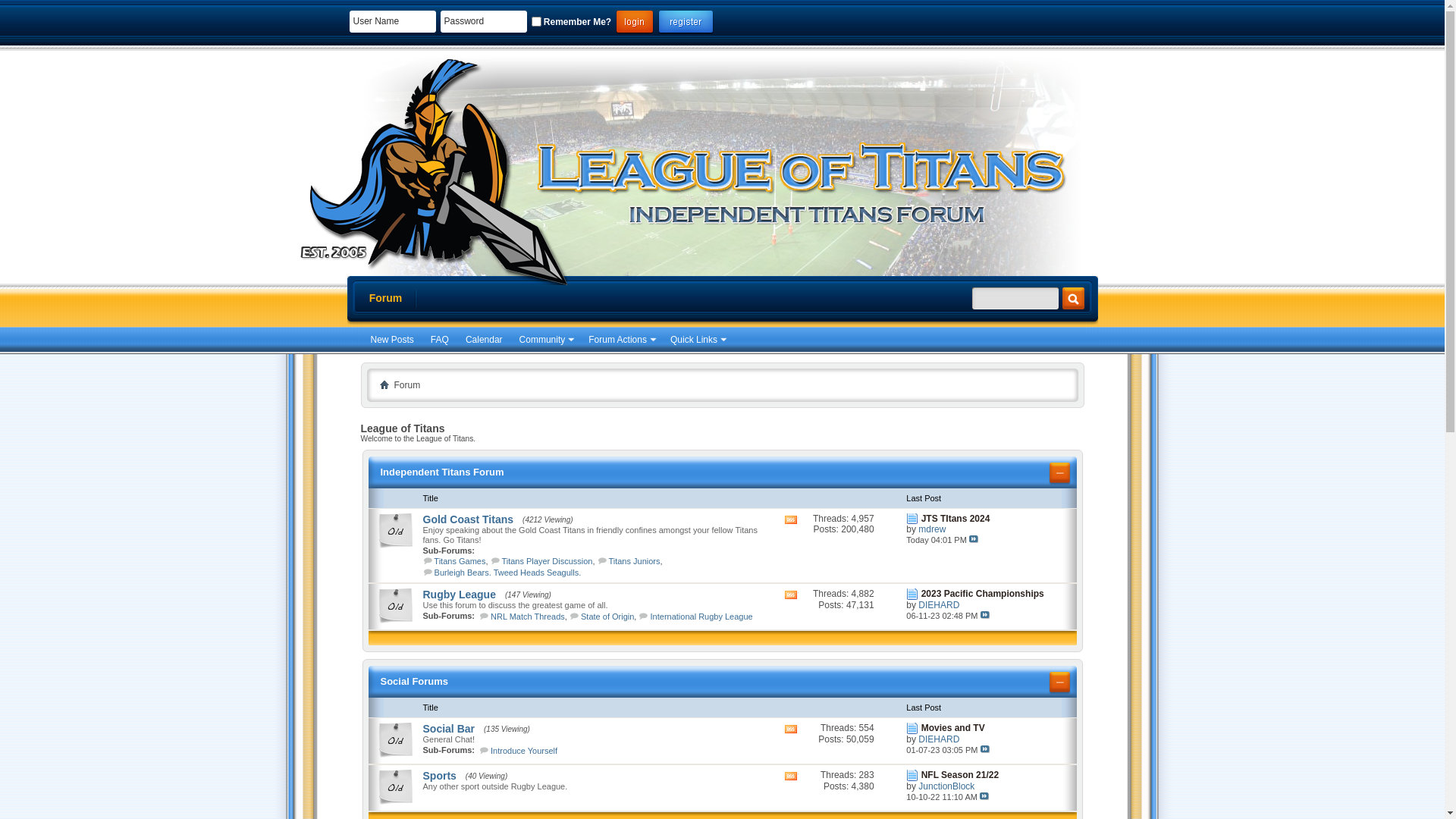 The width and height of the screenshot is (1456, 819). Describe the element at coordinates (930, 529) in the screenshot. I see `'mdrew'` at that location.